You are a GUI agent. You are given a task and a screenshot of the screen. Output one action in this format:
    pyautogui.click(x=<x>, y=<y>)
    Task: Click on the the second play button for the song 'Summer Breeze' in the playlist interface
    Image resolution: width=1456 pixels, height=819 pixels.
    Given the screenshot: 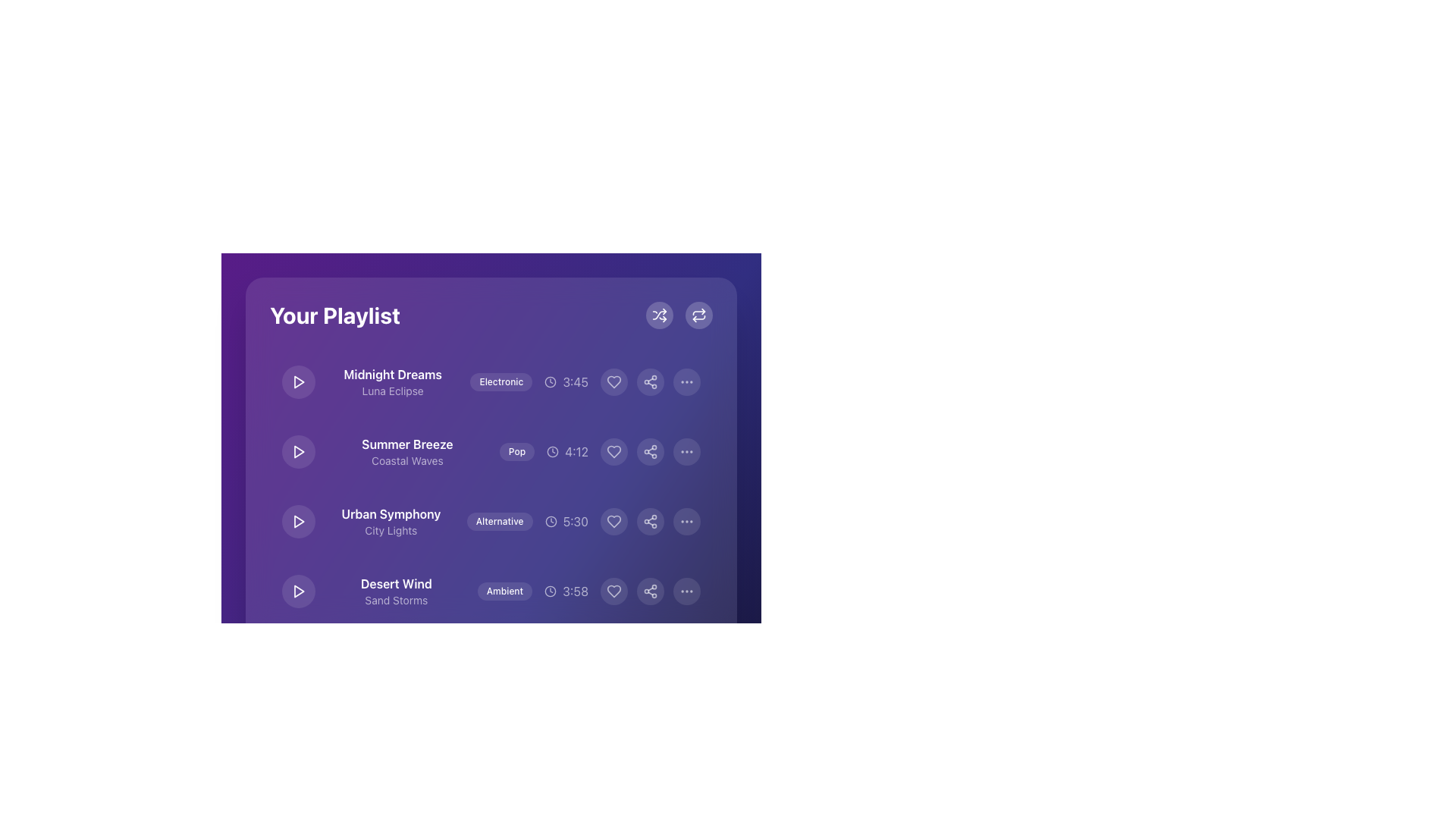 What is the action you would take?
    pyautogui.click(x=298, y=451)
    